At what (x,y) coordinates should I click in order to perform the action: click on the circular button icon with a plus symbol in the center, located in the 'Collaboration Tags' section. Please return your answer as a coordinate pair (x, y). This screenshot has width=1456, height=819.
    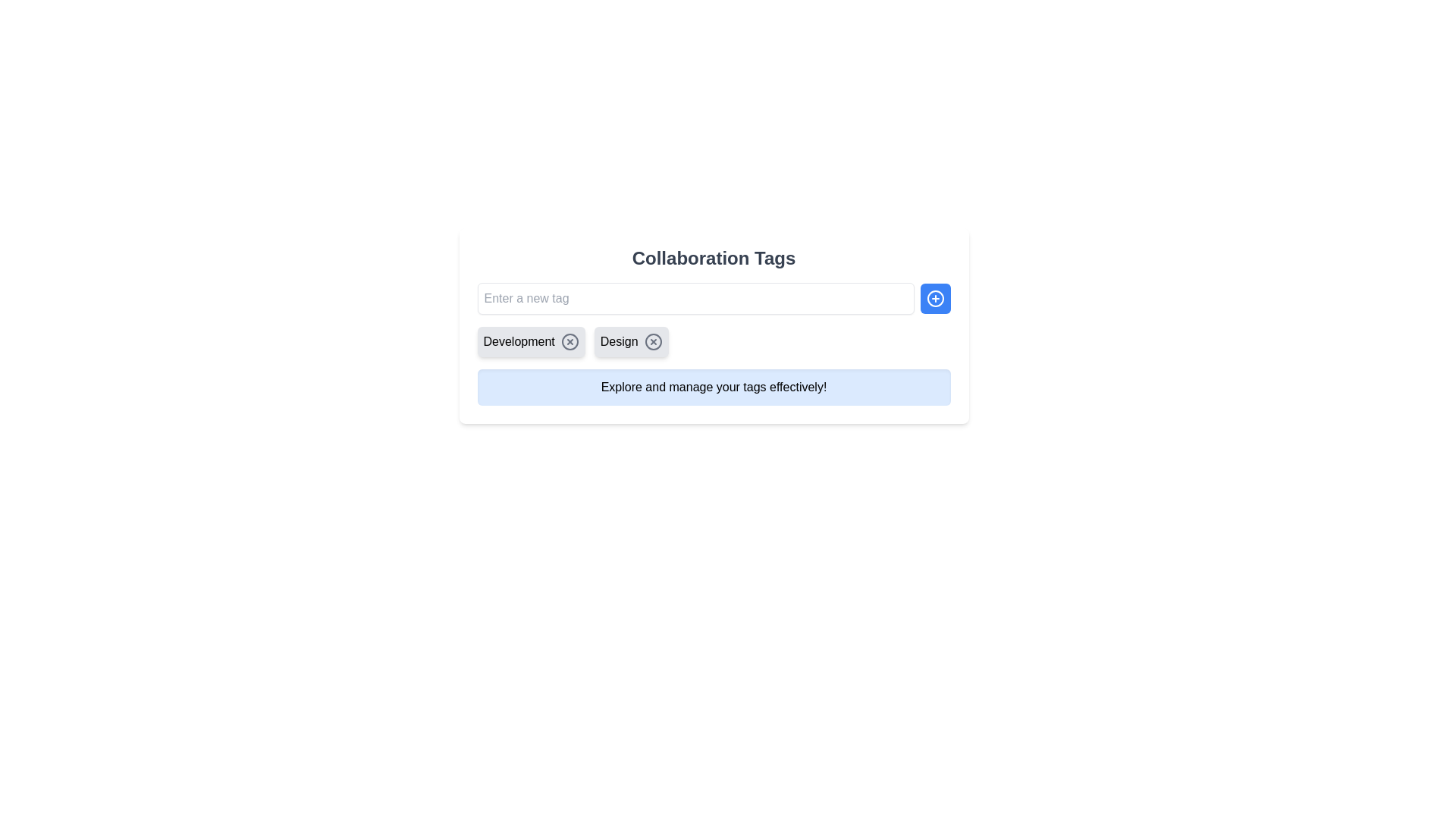
    Looking at the image, I should click on (934, 298).